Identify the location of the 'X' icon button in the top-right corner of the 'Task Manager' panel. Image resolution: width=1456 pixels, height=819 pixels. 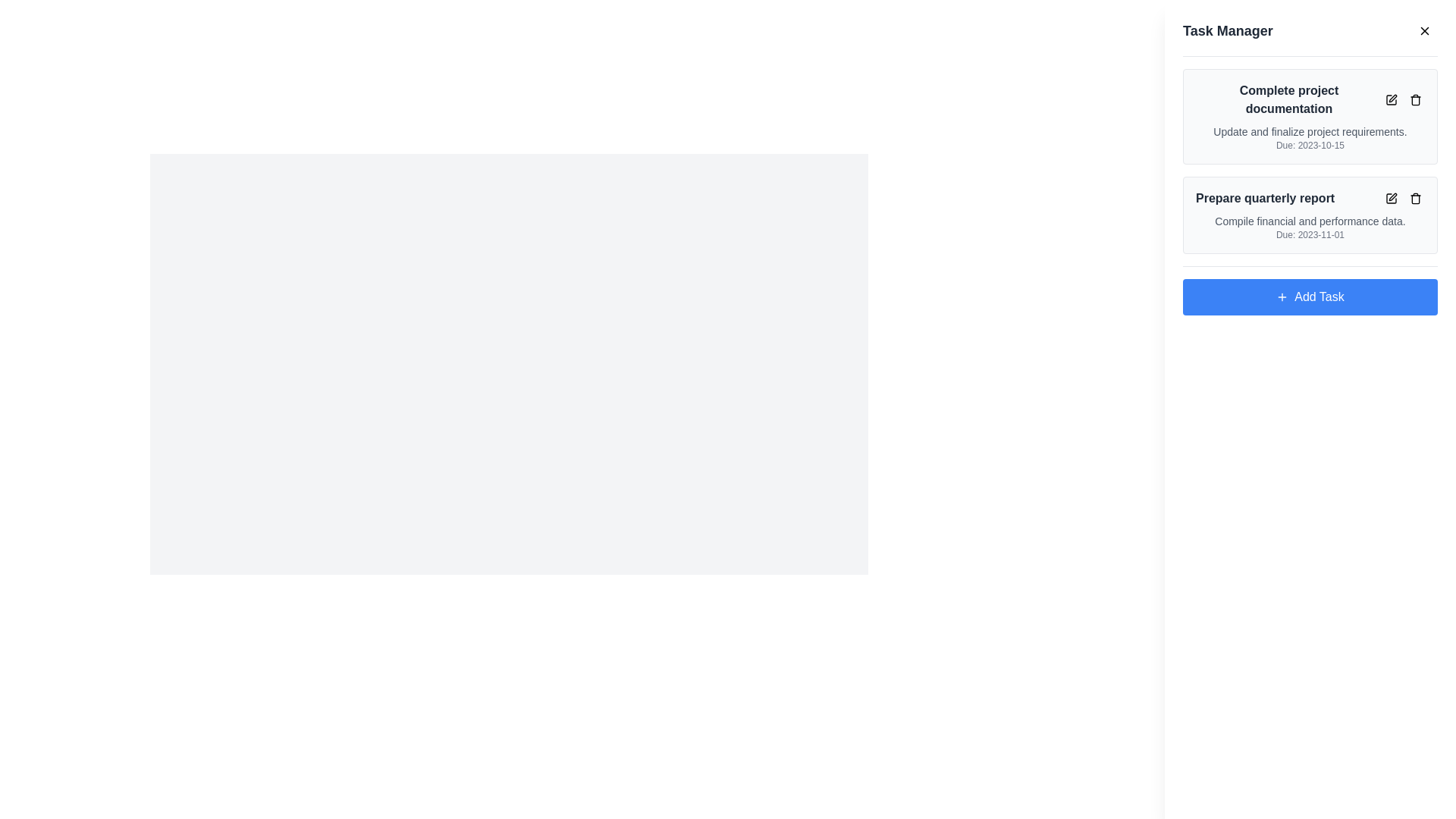
(1423, 31).